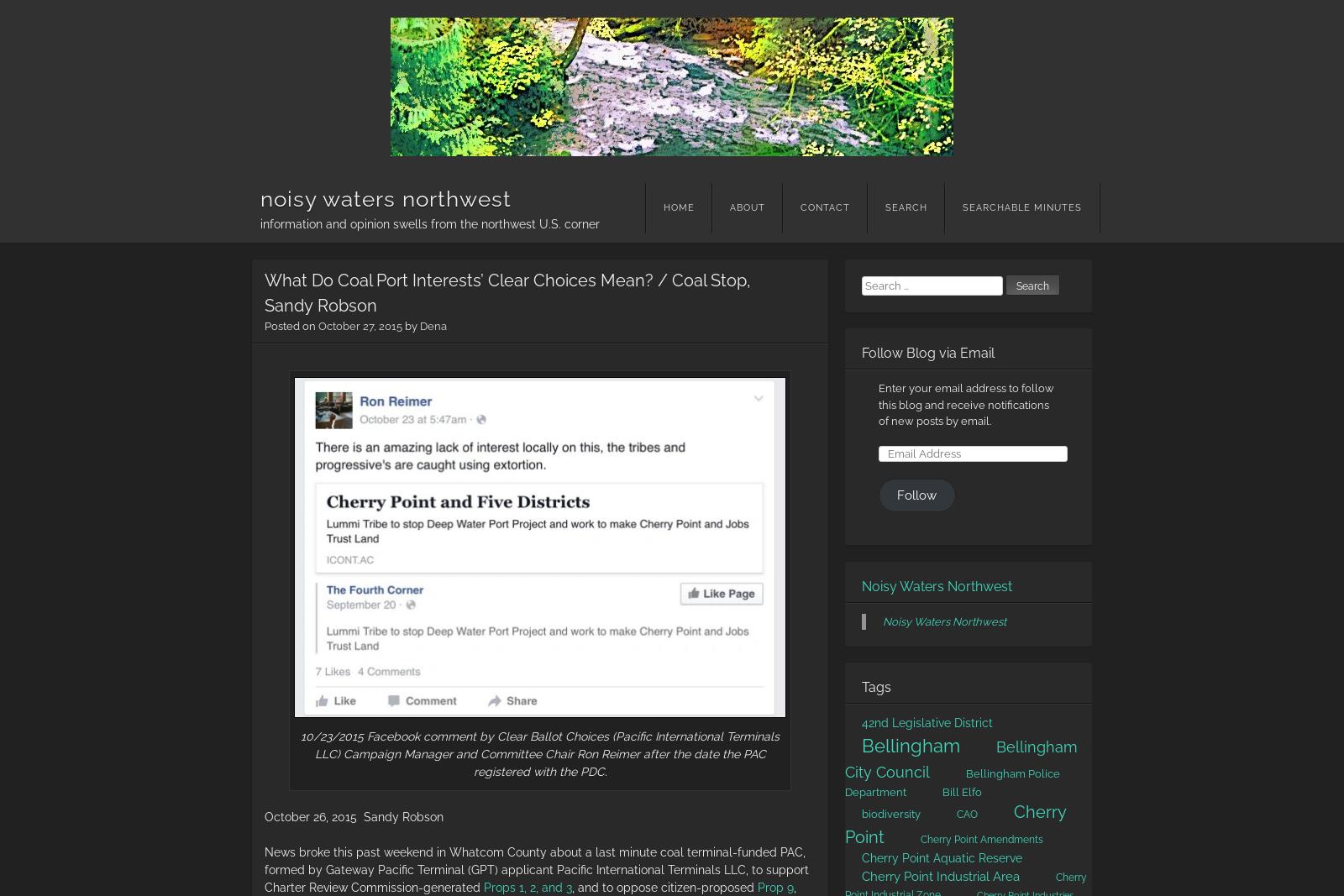 The width and height of the screenshot is (1344, 896). Describe the element at coordinates (966, 403) in the screenshot. I see `'Enter your email address to follow this blog and receive notifications of new posts by email.'` at that location.